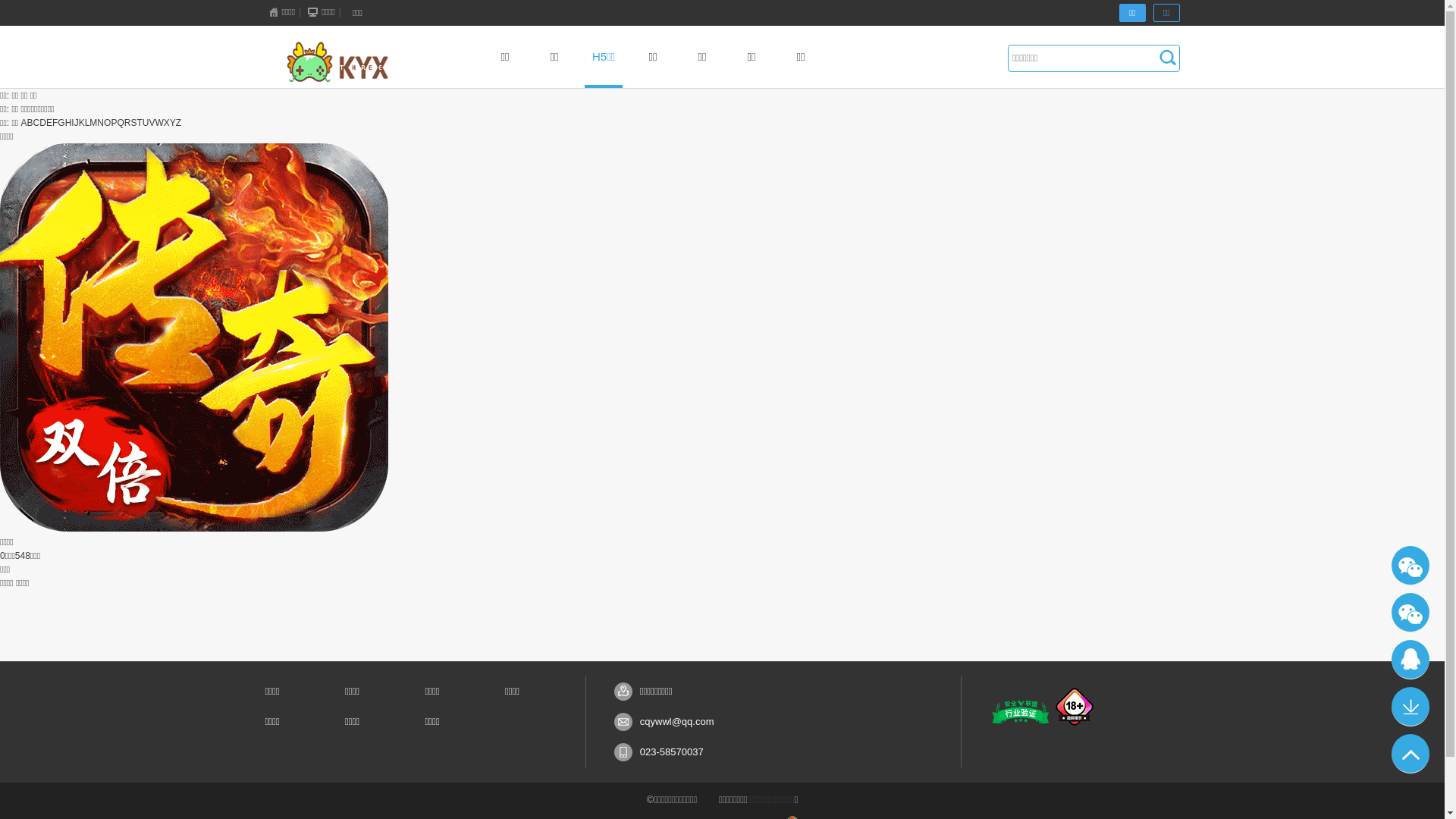 This screenshot has height=819, width=1456. What do you see at coordinates (55, 122) in the screenshot?
I see `'F'` at bounding box center [55, 122].